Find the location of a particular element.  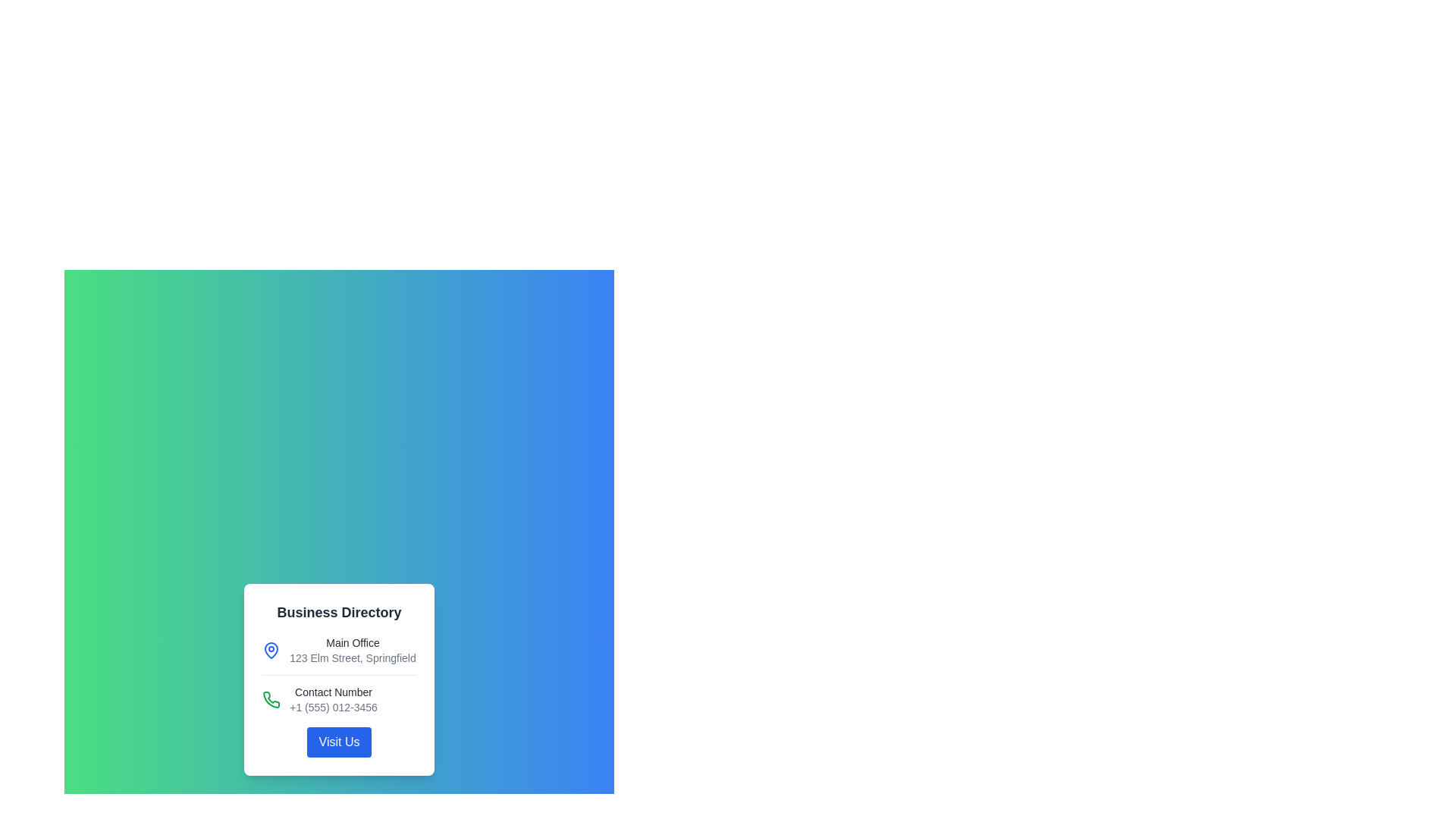

the Text Display element that shows the contact number for the business featured in the directory, located near the lower-middle section of the card under the 'Business Directory' heading is located at coordinates (333, 699).